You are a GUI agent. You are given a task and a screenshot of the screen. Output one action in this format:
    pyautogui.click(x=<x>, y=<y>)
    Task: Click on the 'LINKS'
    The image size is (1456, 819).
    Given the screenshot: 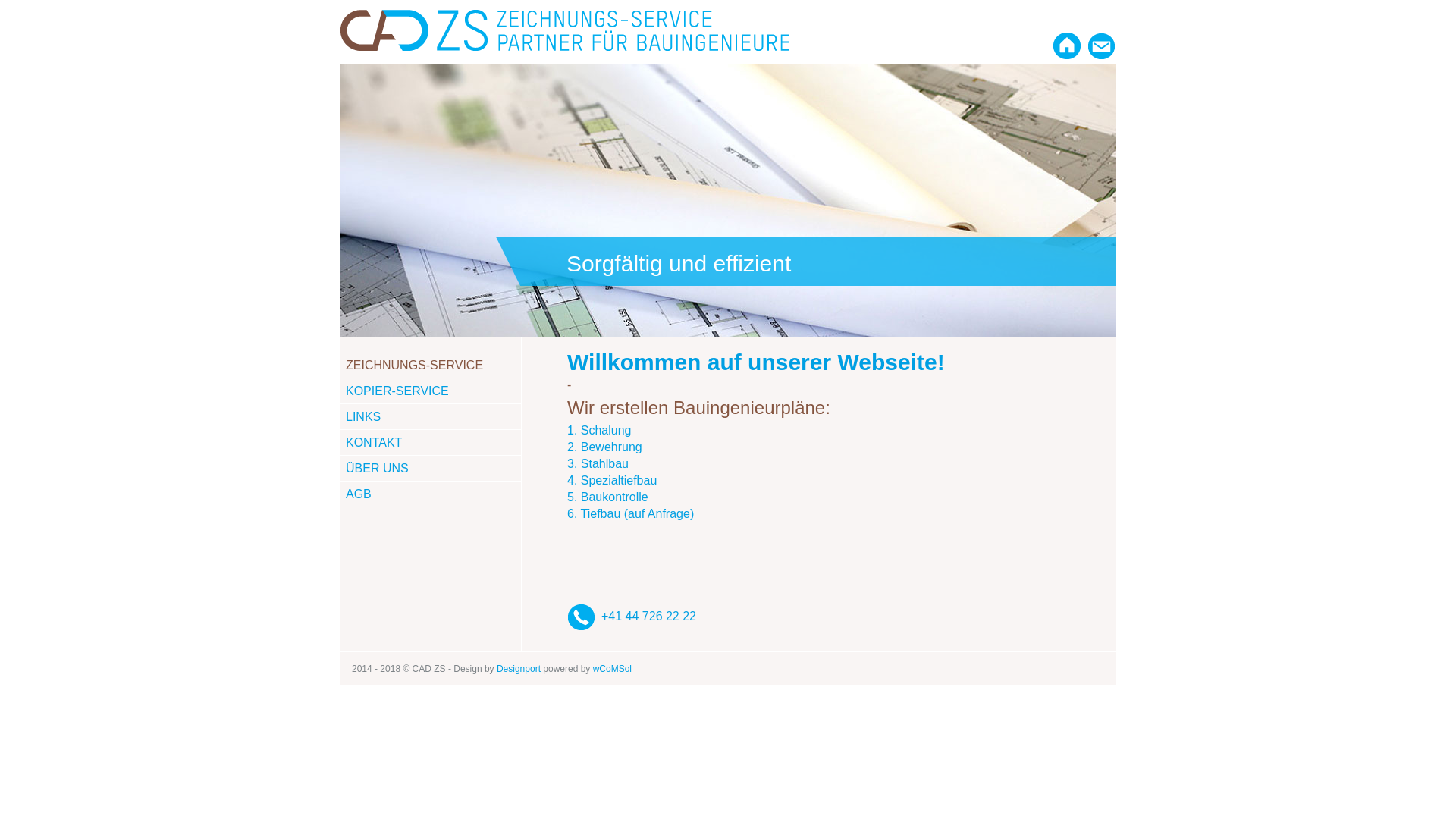 What is the action you would take?
    pyautogui.click(x=362, y=416)
    